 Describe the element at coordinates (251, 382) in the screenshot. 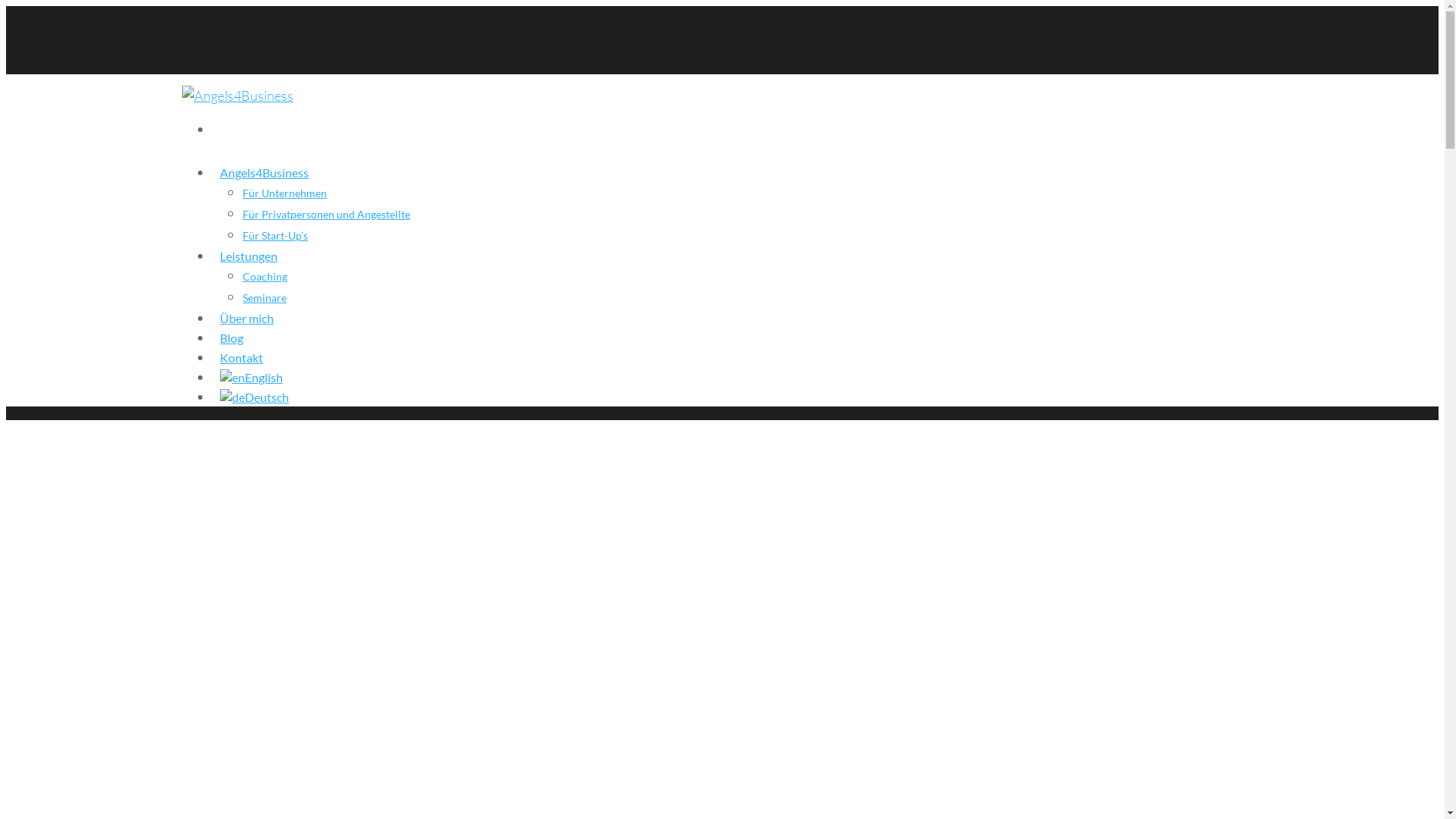

I see `'English'` at that location.